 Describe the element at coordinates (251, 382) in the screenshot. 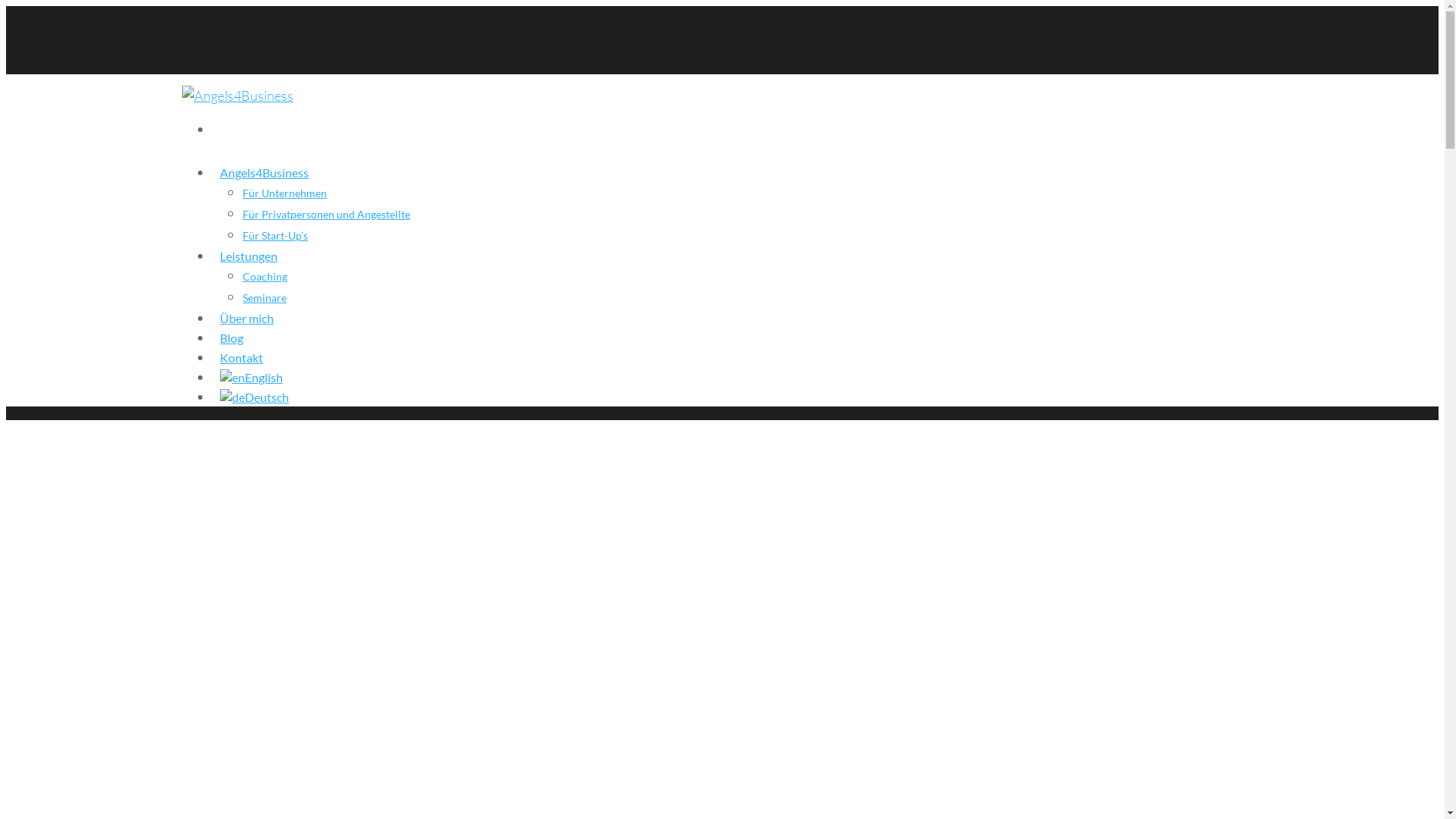

I see `'English'` at that location.